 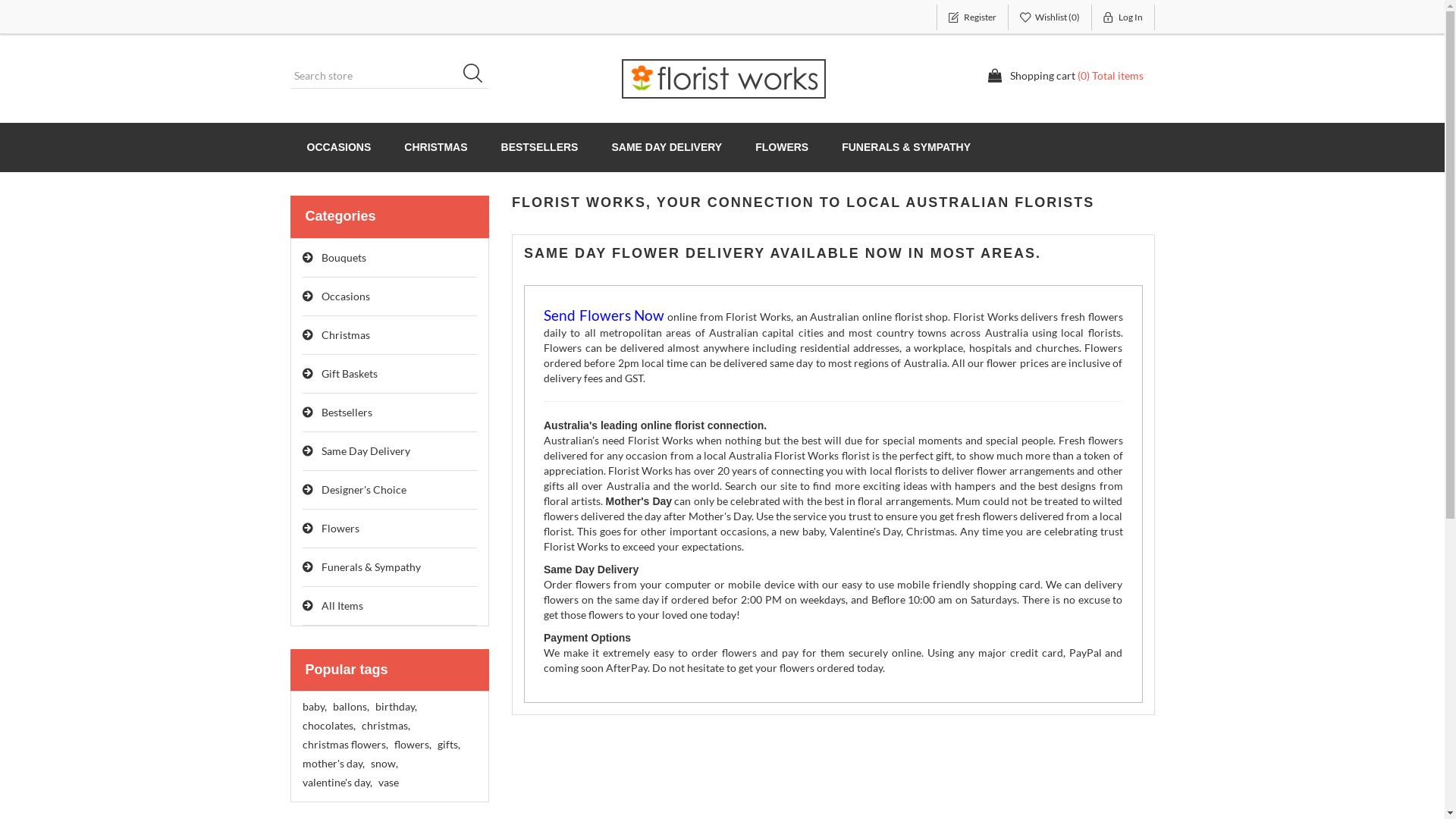 What do you see at coordinates (327, 724) in the screenshot?
I see `'chocolates,'` at bounding box center [327, 724].